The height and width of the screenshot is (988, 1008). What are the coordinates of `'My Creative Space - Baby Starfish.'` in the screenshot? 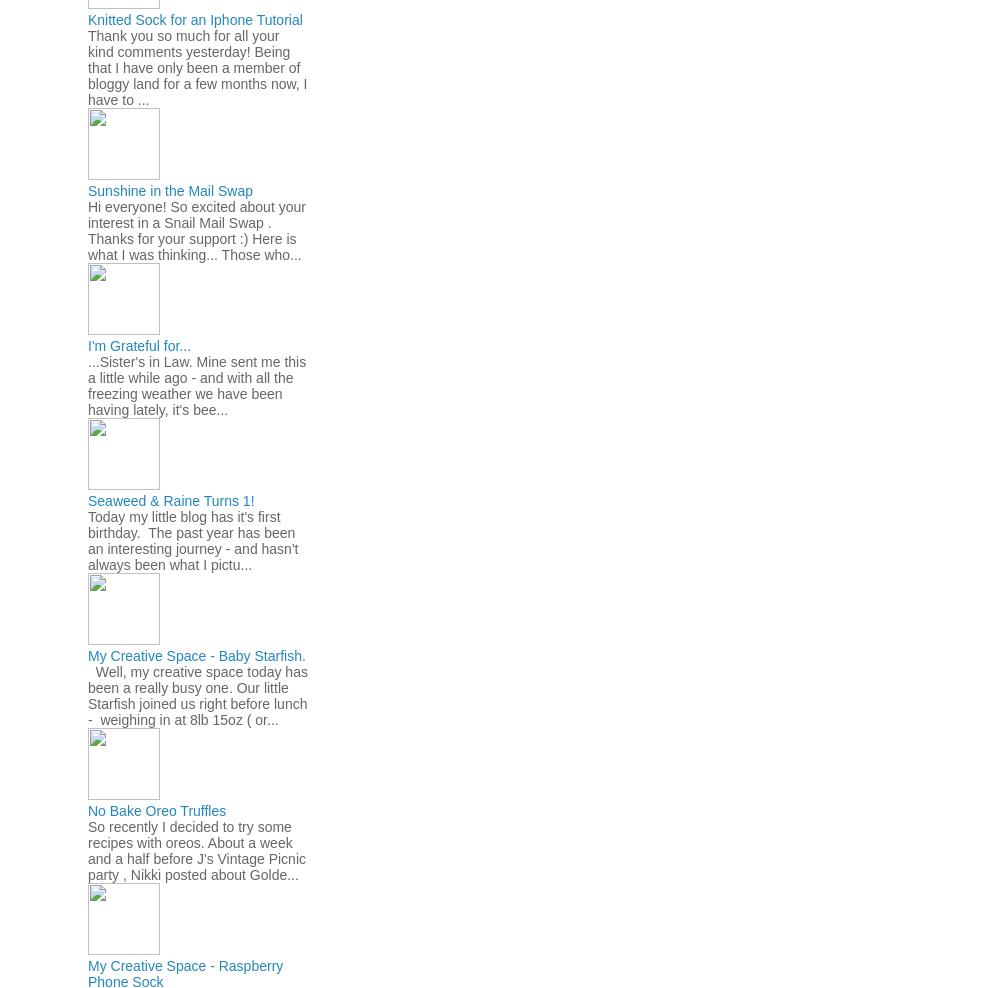 It's located at (87, 654).